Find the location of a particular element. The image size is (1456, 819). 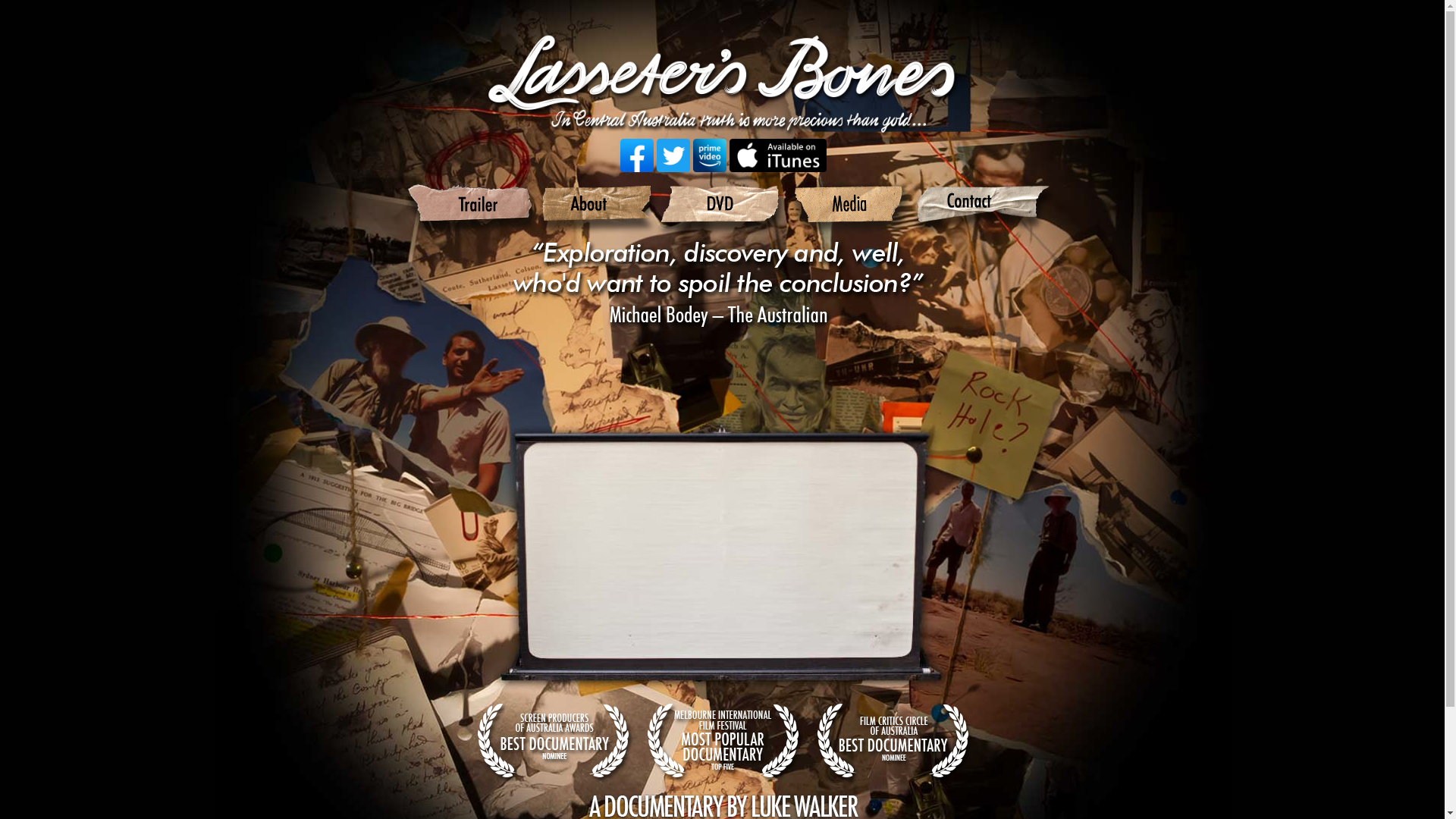

'Lasseters Bones Twitter Page' is located at coordinates (673, 155).